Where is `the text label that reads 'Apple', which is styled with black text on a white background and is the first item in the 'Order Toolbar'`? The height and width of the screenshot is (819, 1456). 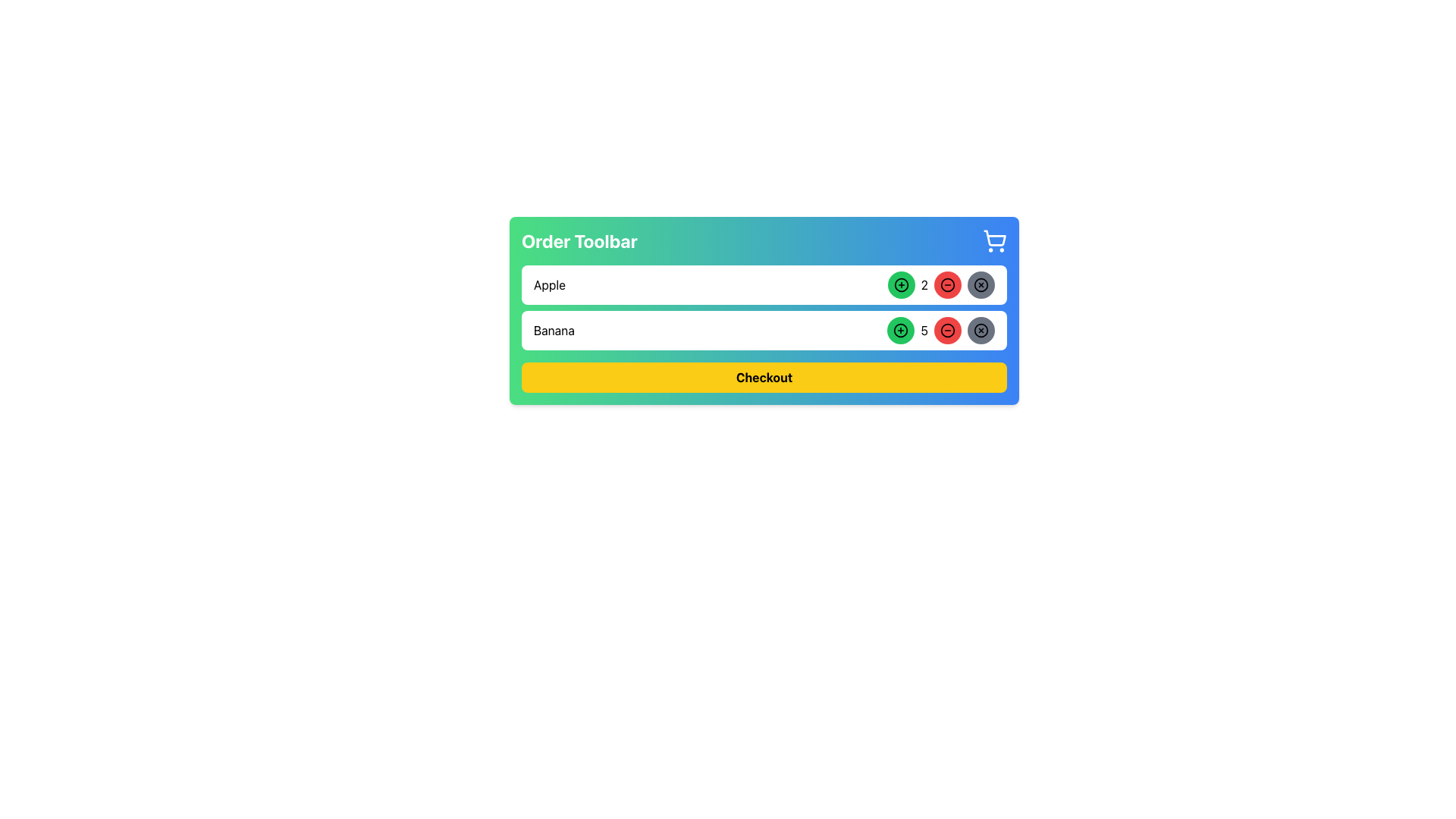
the text label that reads 'Apple', which is styled with black text on a white background and is the first item in the 'Order Toolbar' is located at coordinates (548, 284).